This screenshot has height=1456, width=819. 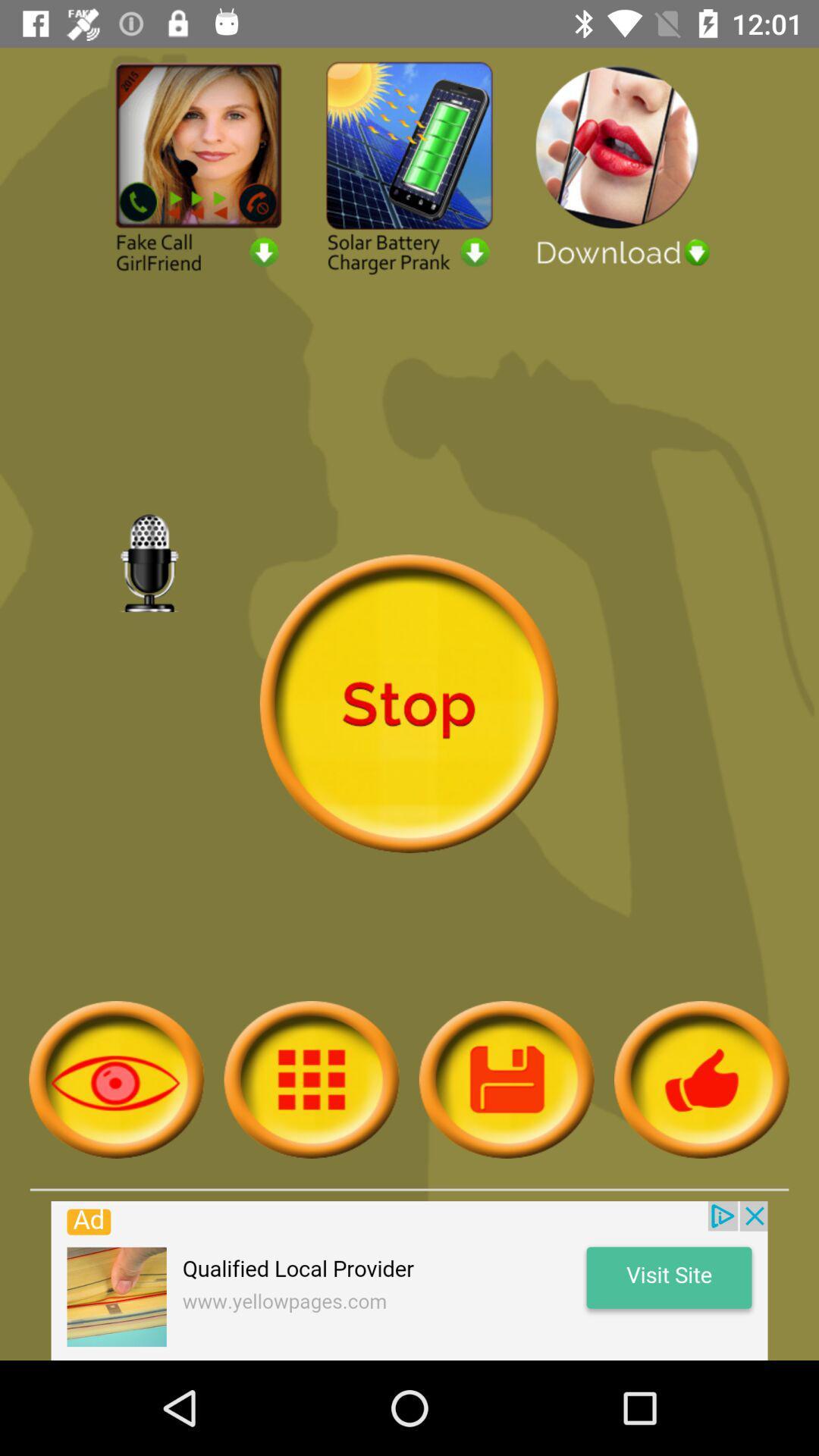 I want to click on advertisement, so click(x=409, y=1280).